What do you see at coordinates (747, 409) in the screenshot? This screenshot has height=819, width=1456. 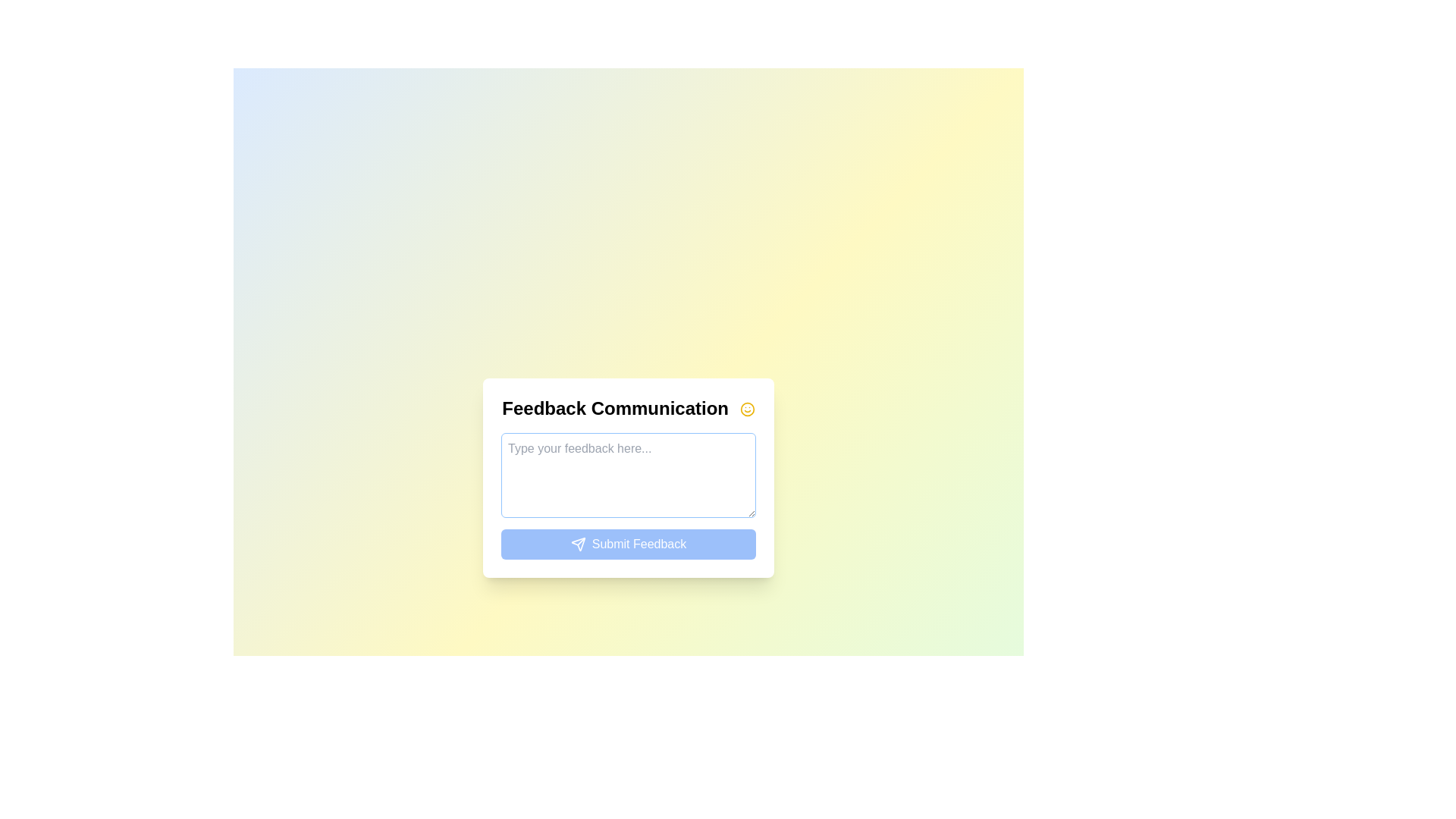 I see `the SVG Circle that forms the boundary of the smiley face icon, which is located to the right of the 'Feedback Communication' header` at bounding box center [747, 409].